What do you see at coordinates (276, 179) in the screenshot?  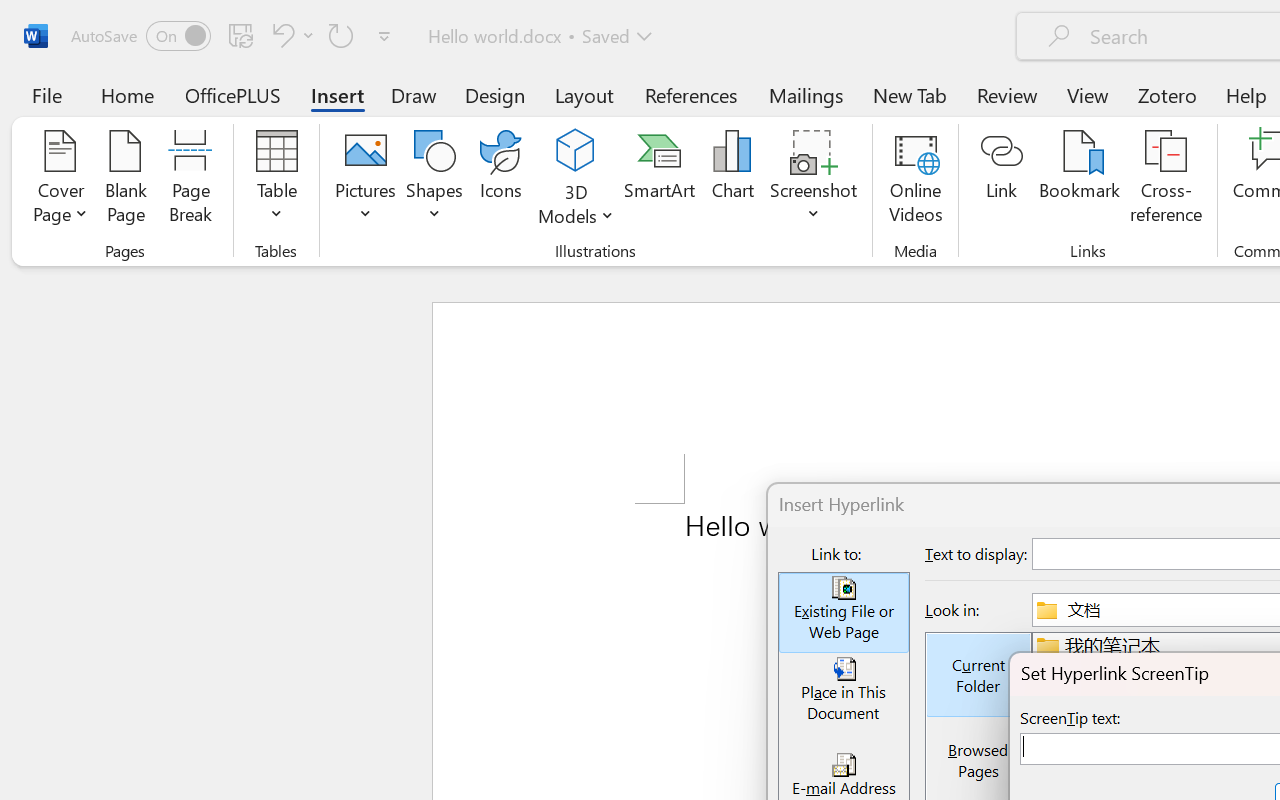 I see `'Table'` at bounding box center [276, 179].